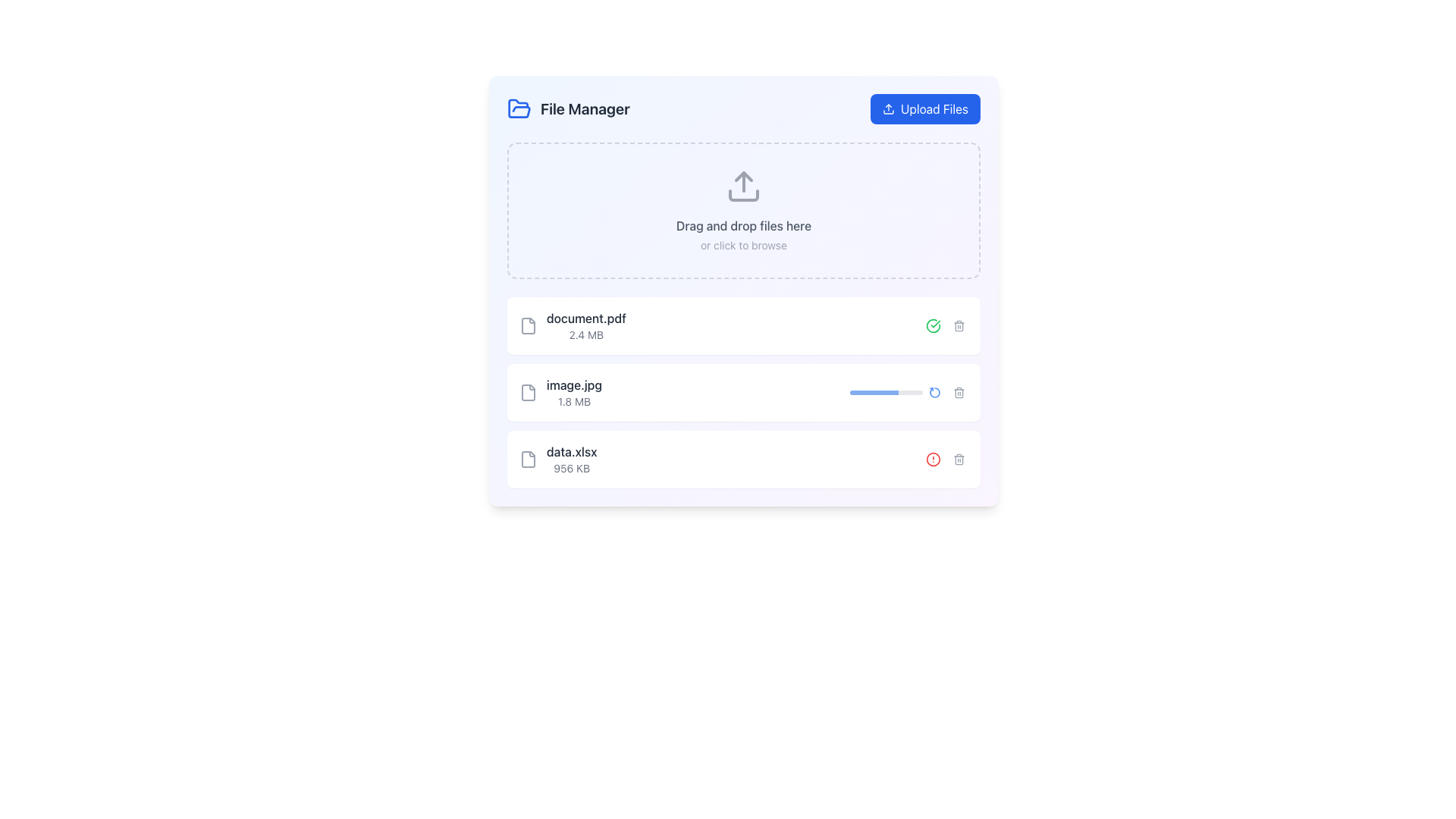 The width and height of the screenshot is (1456, 819). I want to click on the instructional text guiding users to drag and drop files into the upload area, which is located above the 'or click to browse' text, so click(743, 225).